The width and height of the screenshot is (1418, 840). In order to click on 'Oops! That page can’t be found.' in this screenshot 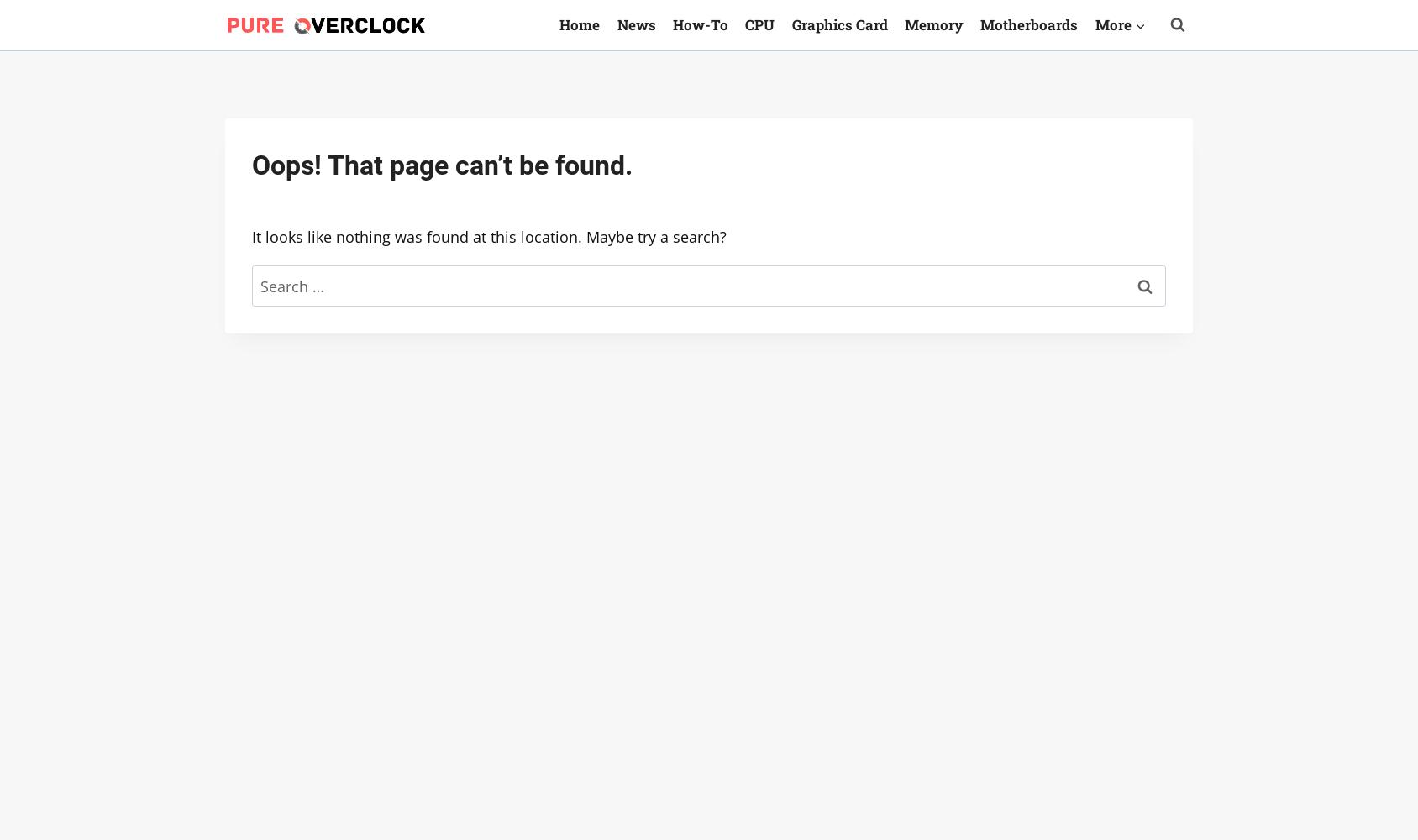, I will do `click(441, 165)`.